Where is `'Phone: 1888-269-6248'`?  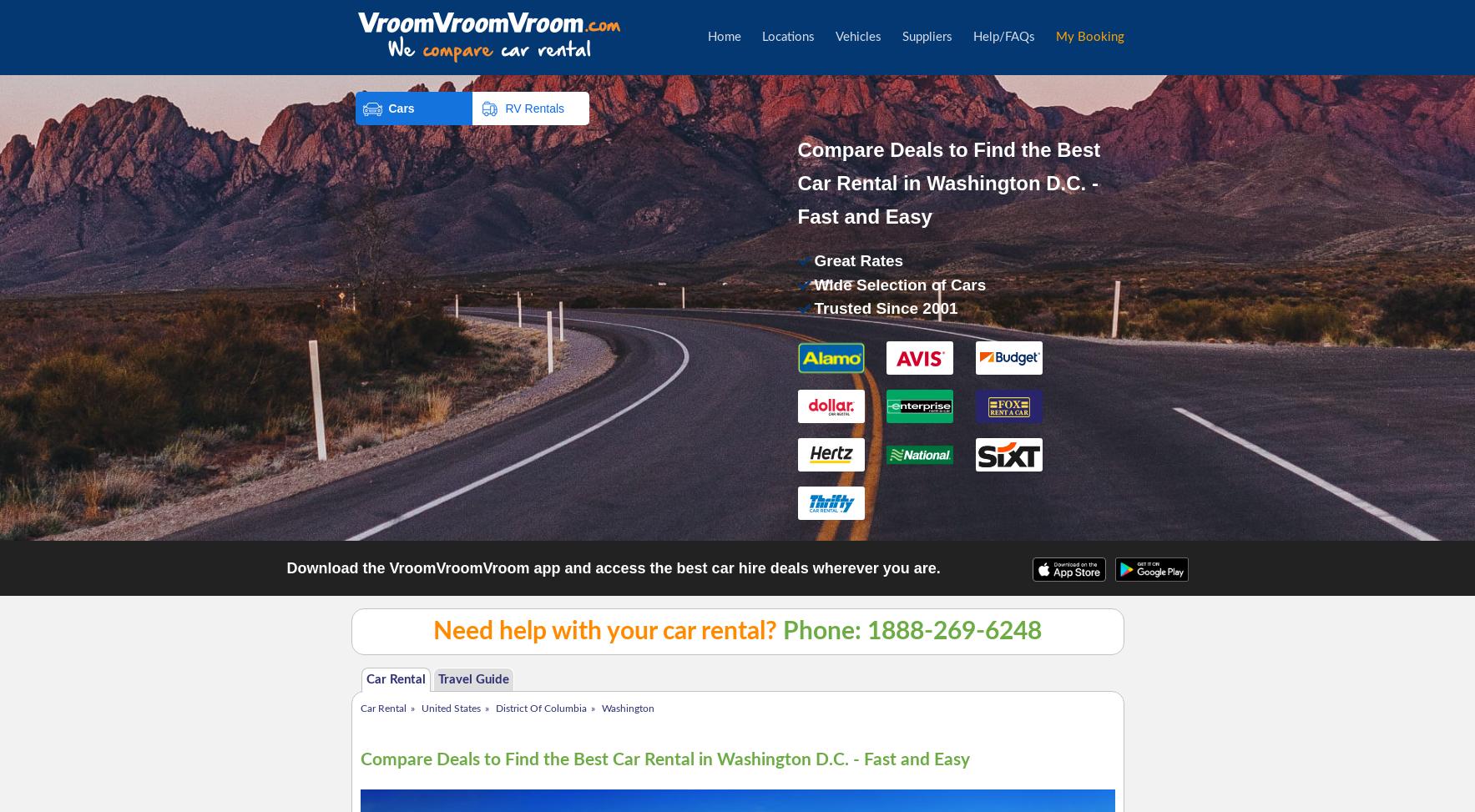 'Phone: 1888-269-6248' is located at coordinates (909, 631).